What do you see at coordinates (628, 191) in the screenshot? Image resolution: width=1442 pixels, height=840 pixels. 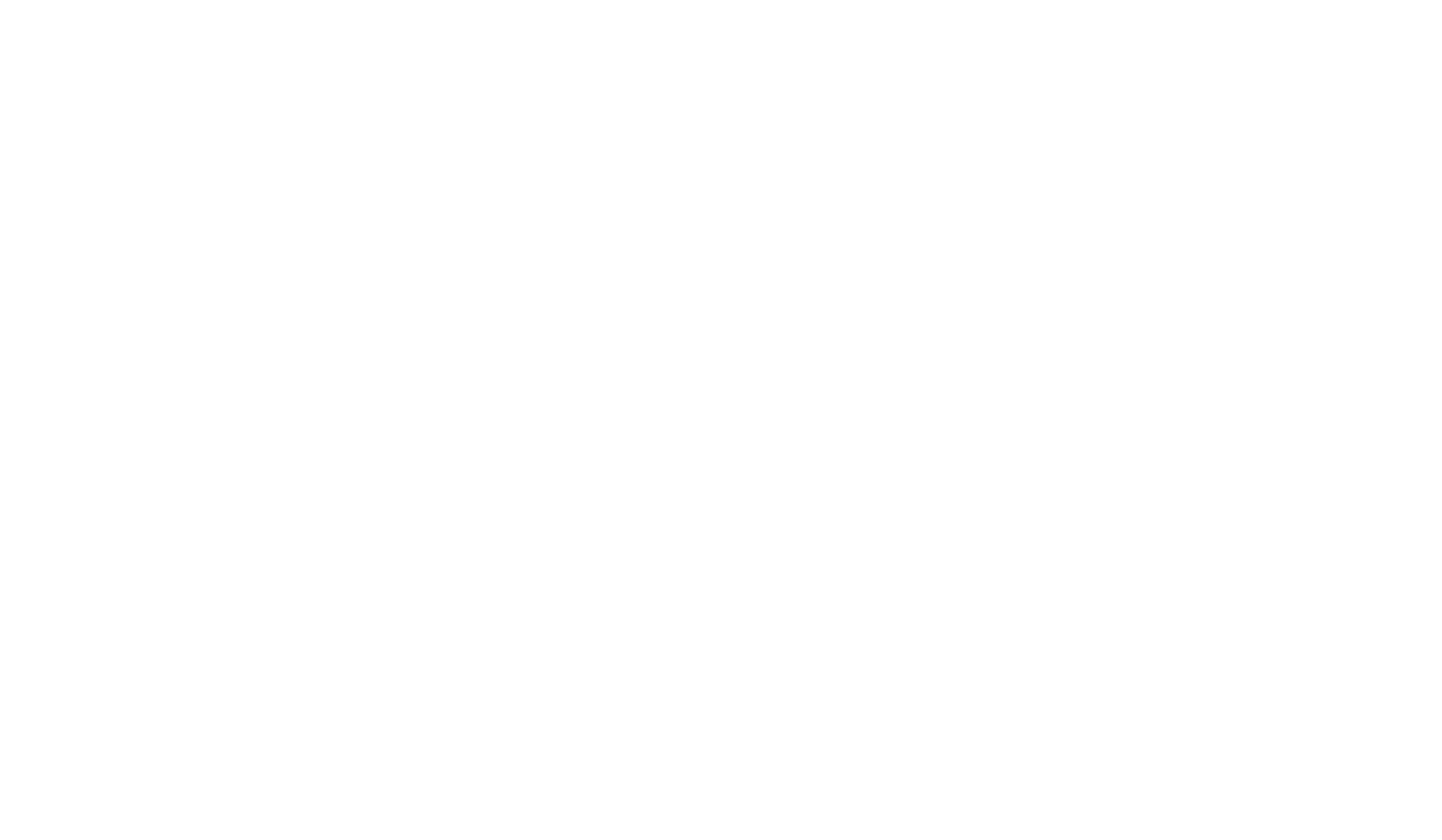 I see `'Stock'` at bounding box center [628, 191].